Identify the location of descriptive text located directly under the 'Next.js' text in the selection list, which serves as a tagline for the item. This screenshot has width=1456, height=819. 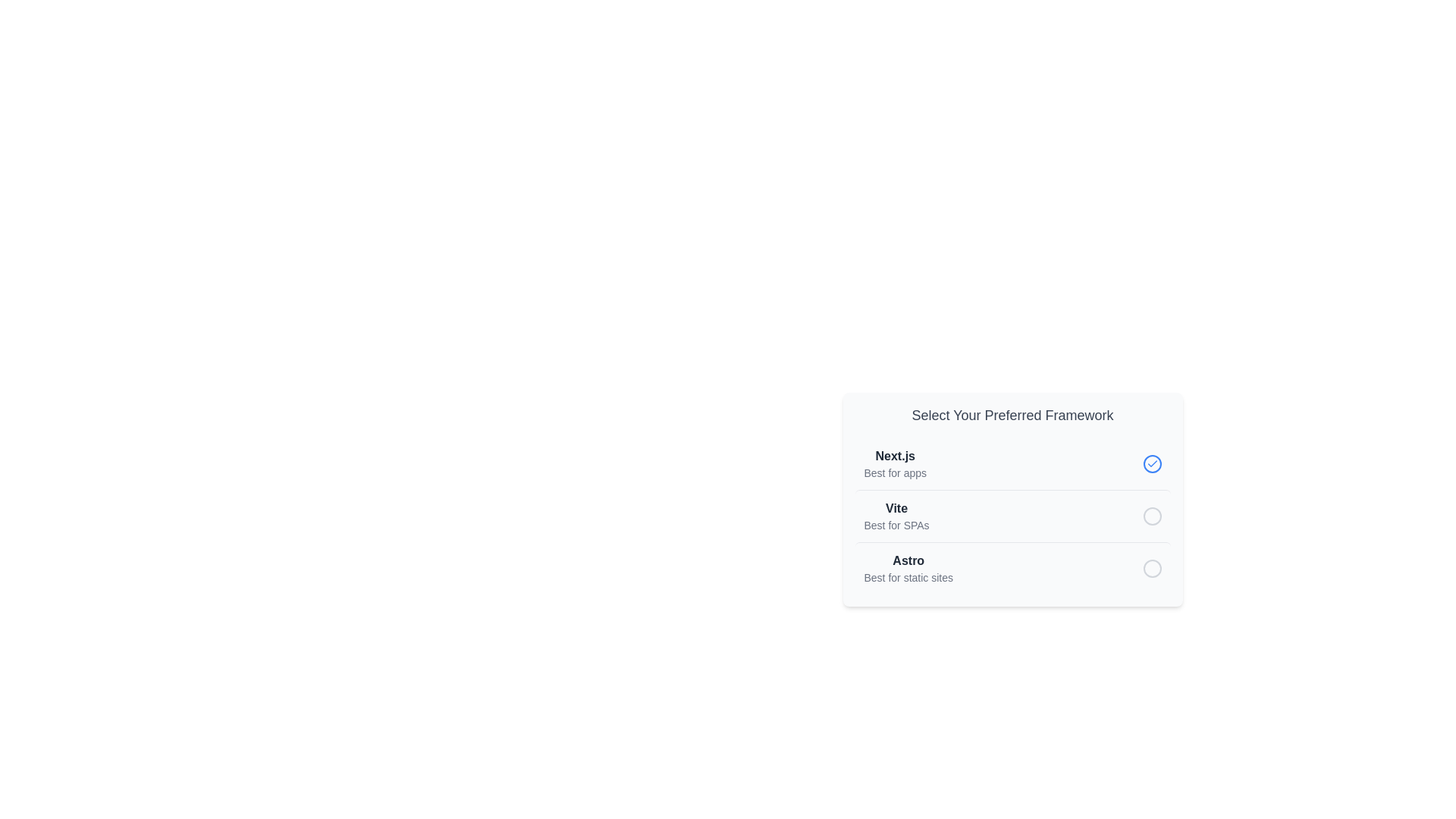
(895, 472).